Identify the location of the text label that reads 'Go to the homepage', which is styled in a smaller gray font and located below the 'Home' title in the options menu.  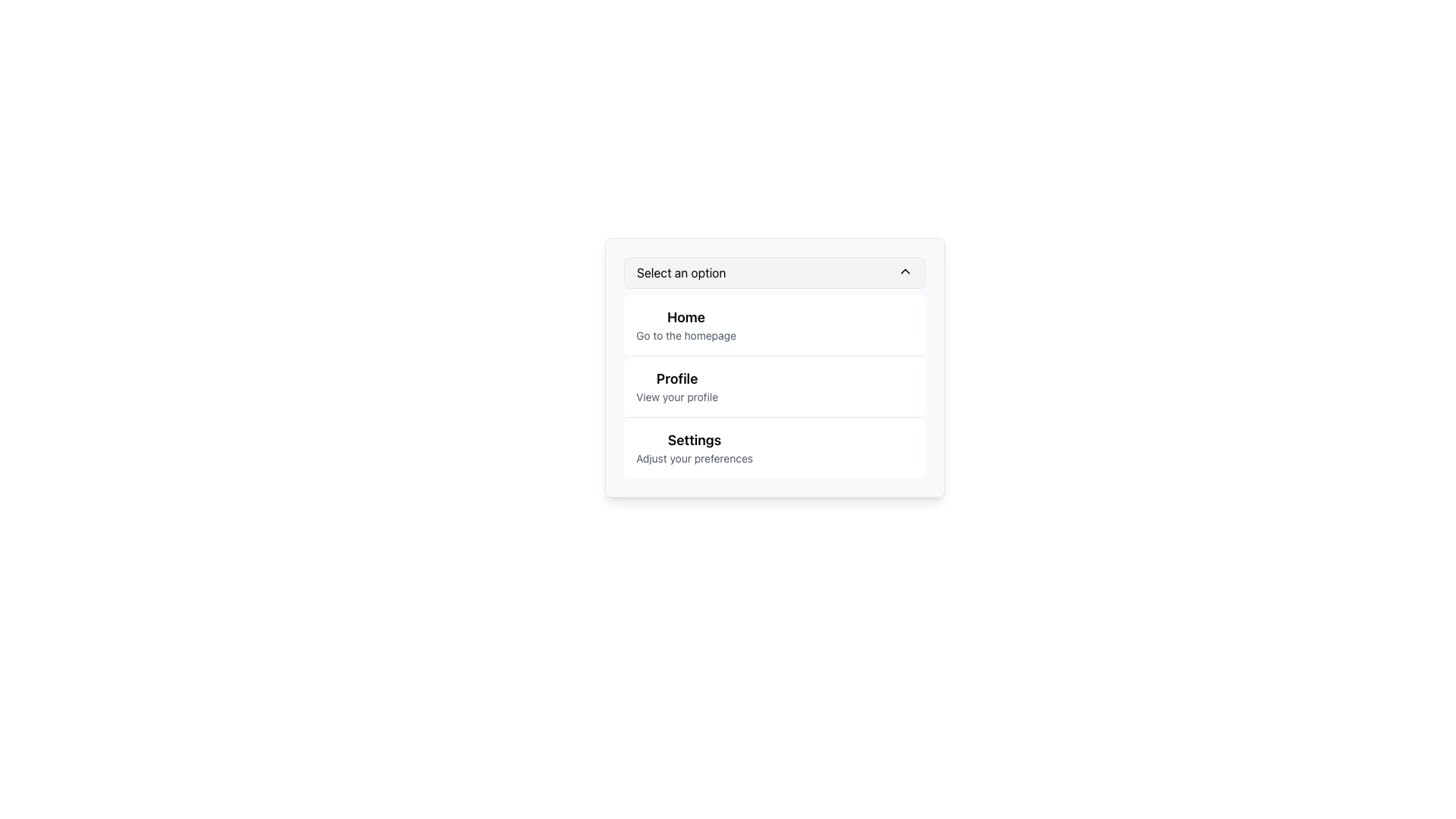
(685, 335).